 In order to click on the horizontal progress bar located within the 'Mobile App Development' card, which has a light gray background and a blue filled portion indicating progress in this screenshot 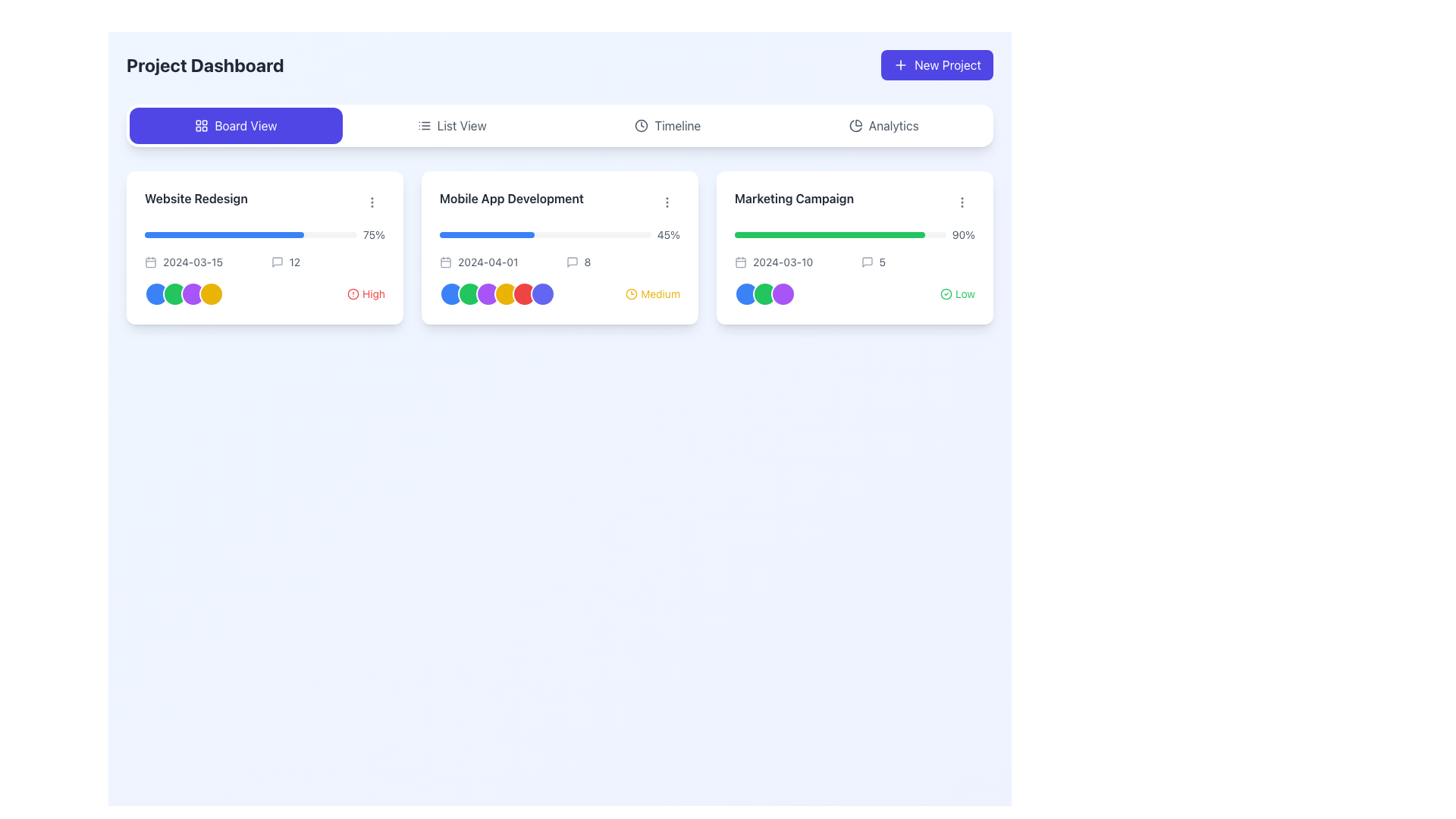, I will do `click(545, 234)`.